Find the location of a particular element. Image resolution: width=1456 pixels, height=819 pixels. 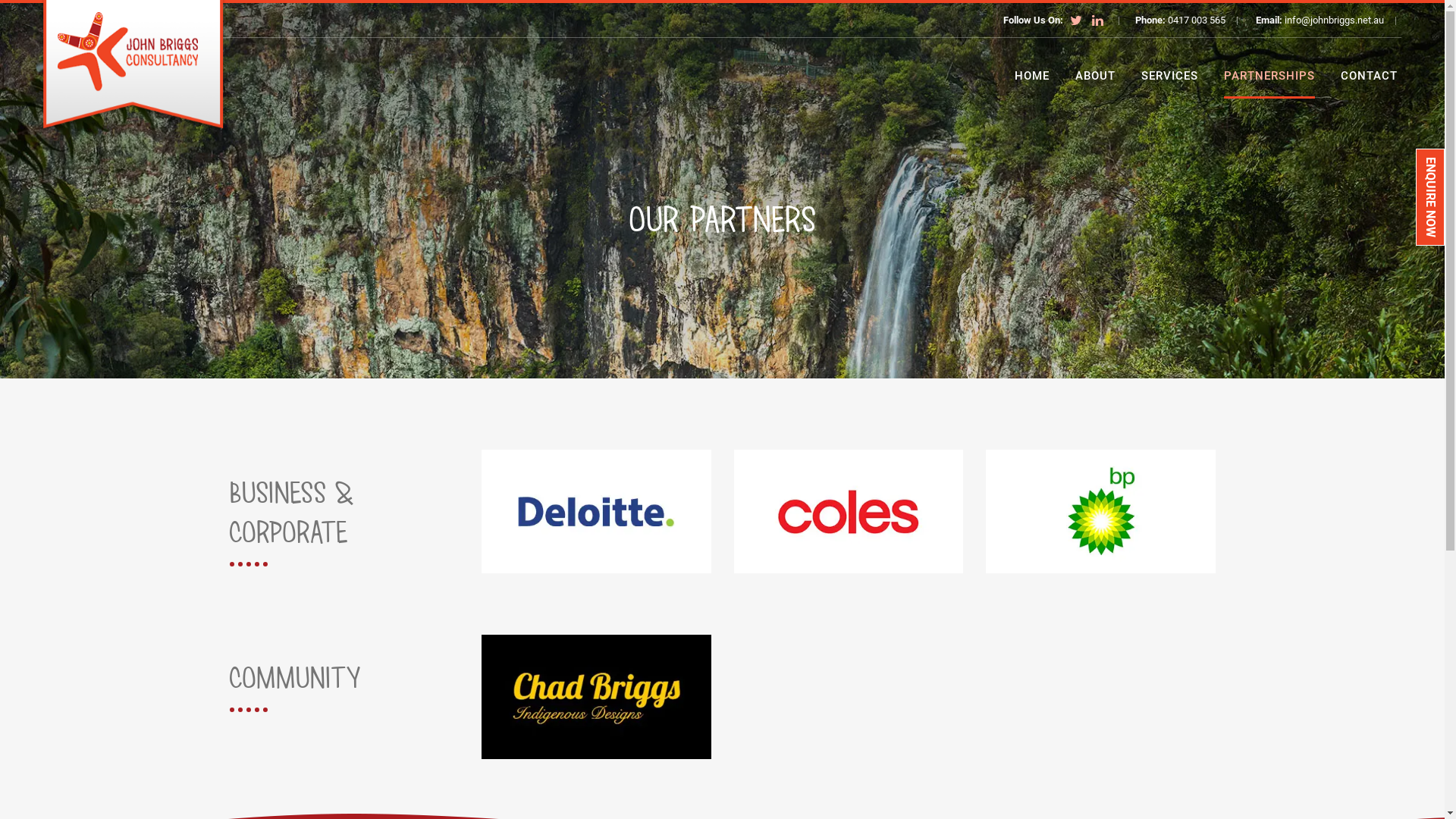

'HOME' is located at coordinates (1001, 76).